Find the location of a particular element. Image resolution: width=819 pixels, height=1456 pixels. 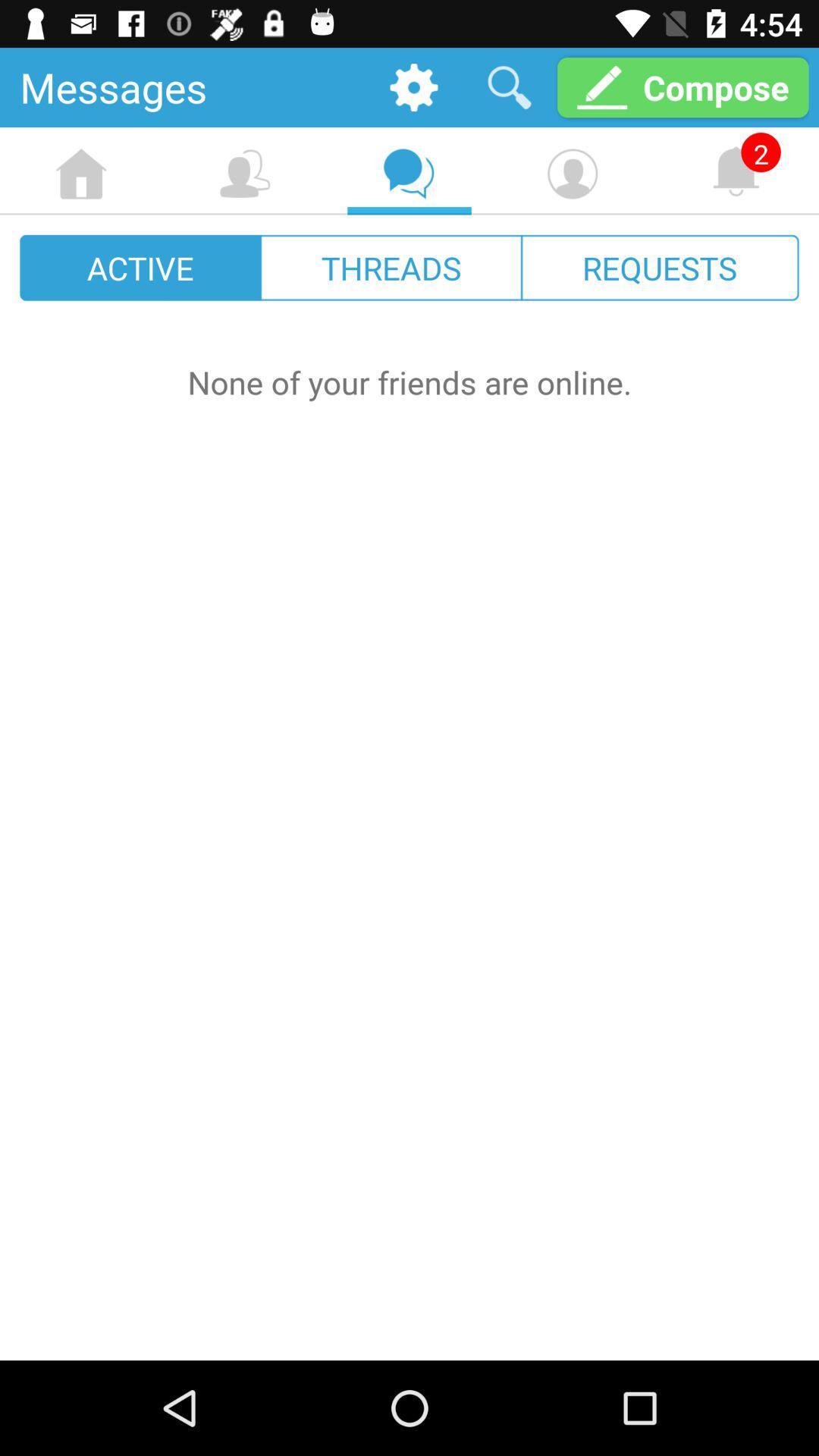

item to the left of threads icon is located at coordinates (140, 268).